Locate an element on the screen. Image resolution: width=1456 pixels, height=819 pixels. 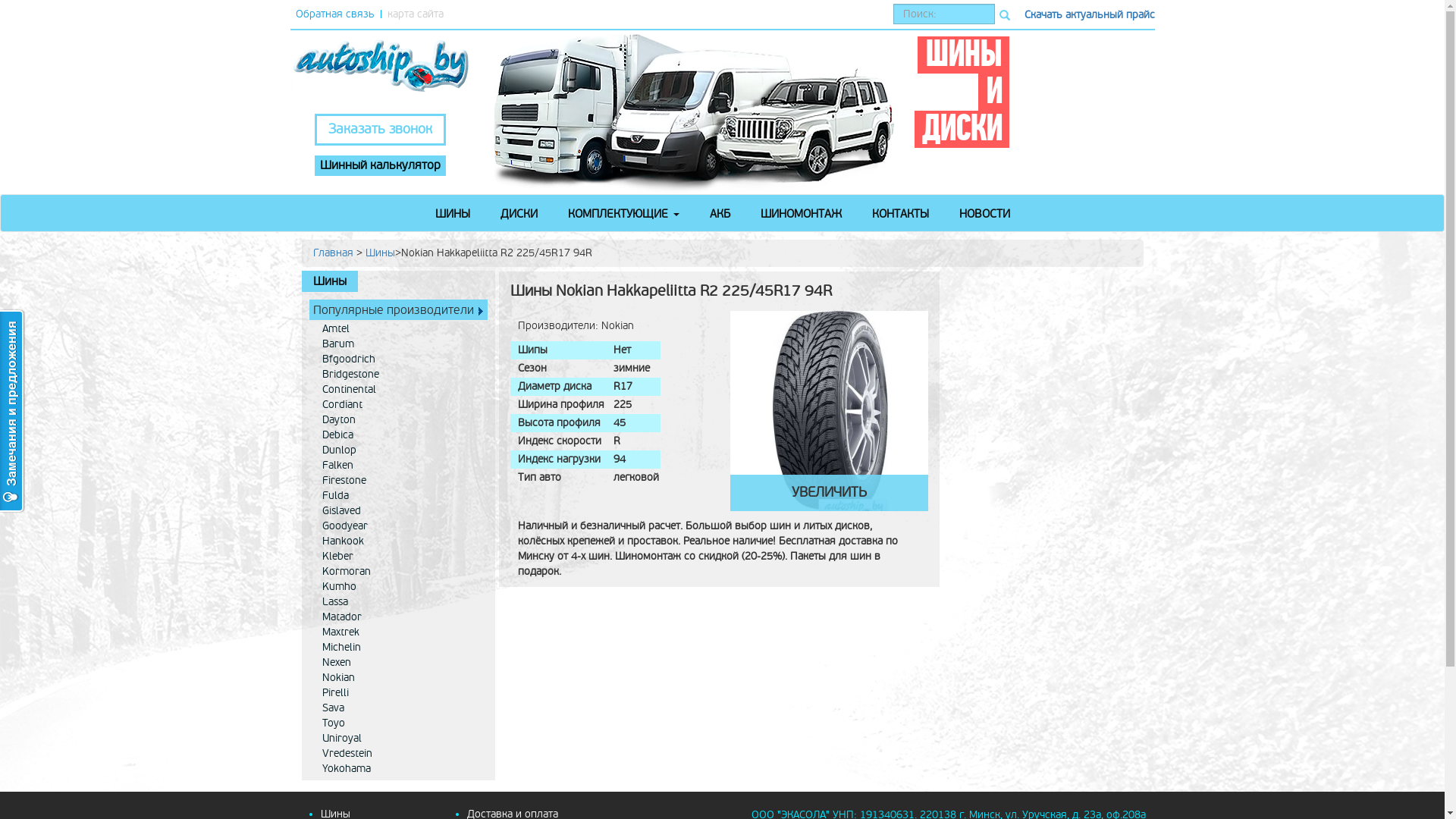
'Firestone' is located at coordinates (312, 480).